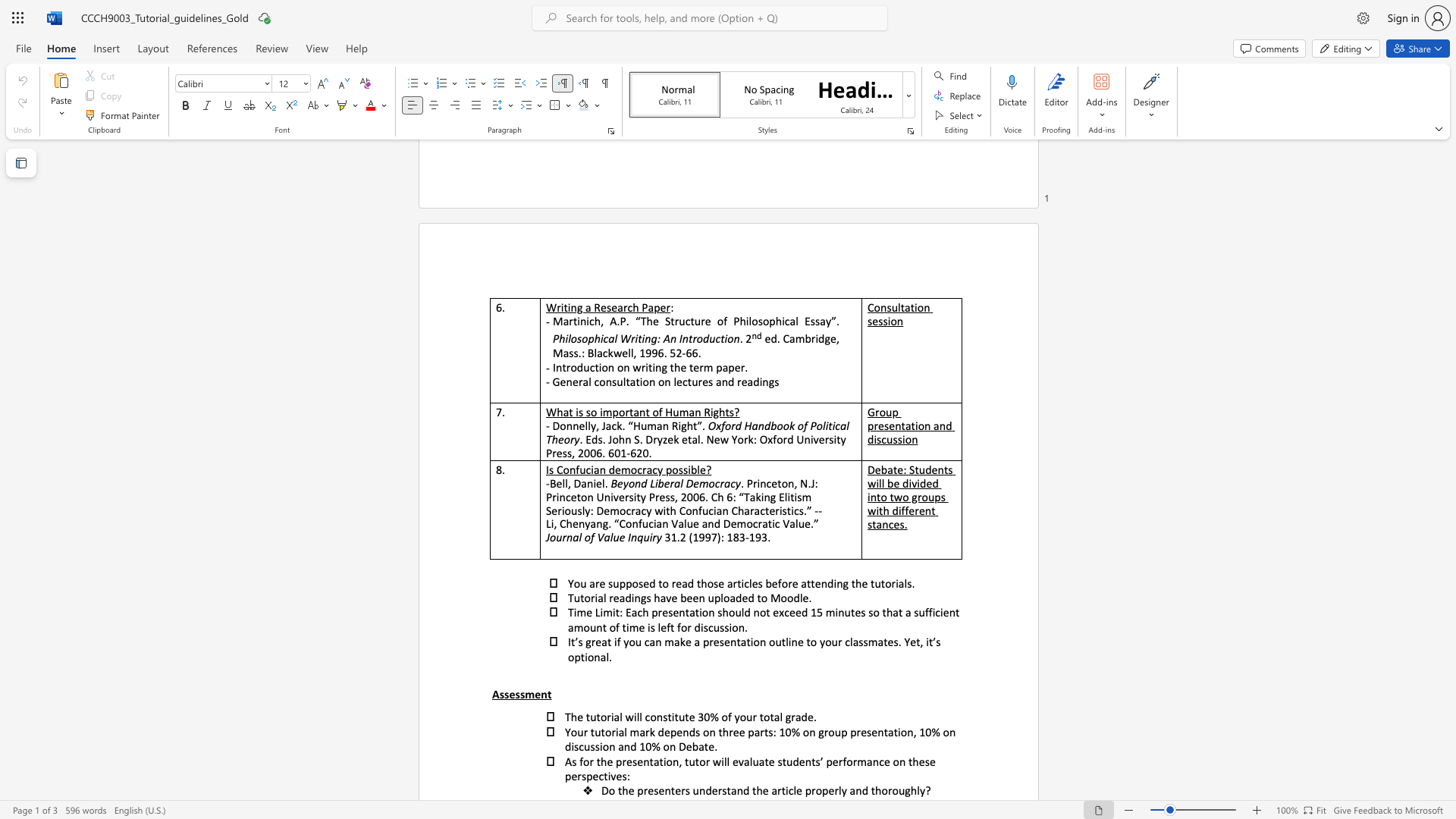 The width and height of the screenshot is (1456, 819). What do you see at coordinates (632, 582) in the screenshot?
I see `the subset text "osed to read those articles before" within the text "You are supposed to read those articles before attending the tutorials."` at bounding box center [632, 582].